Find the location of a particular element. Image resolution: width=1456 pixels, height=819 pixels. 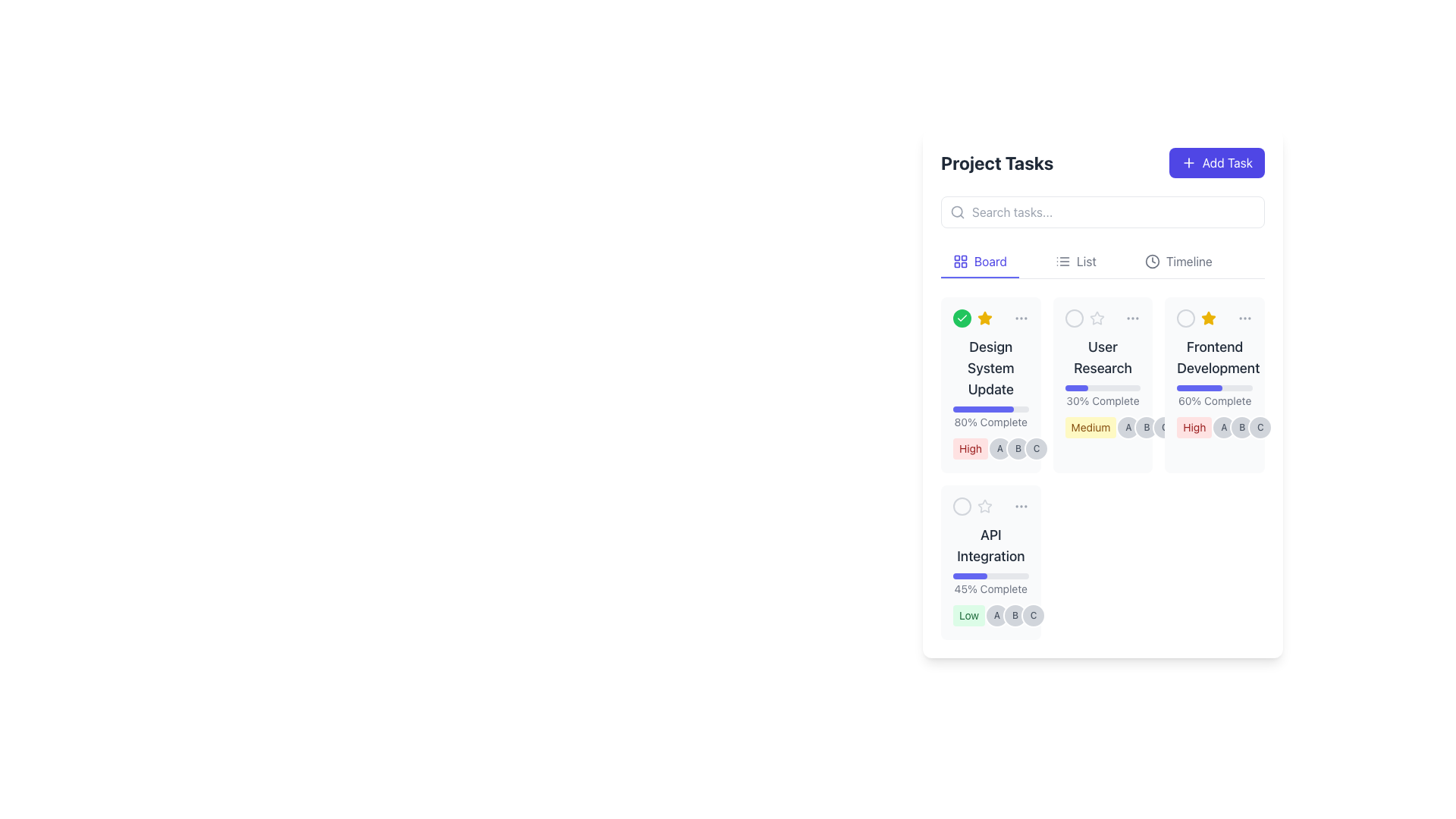

the progress indicator labeled '45% Complete' within the 'API Integration' card, positioned below the heading and above the 'Low' label is located at coordinates (990, 584).